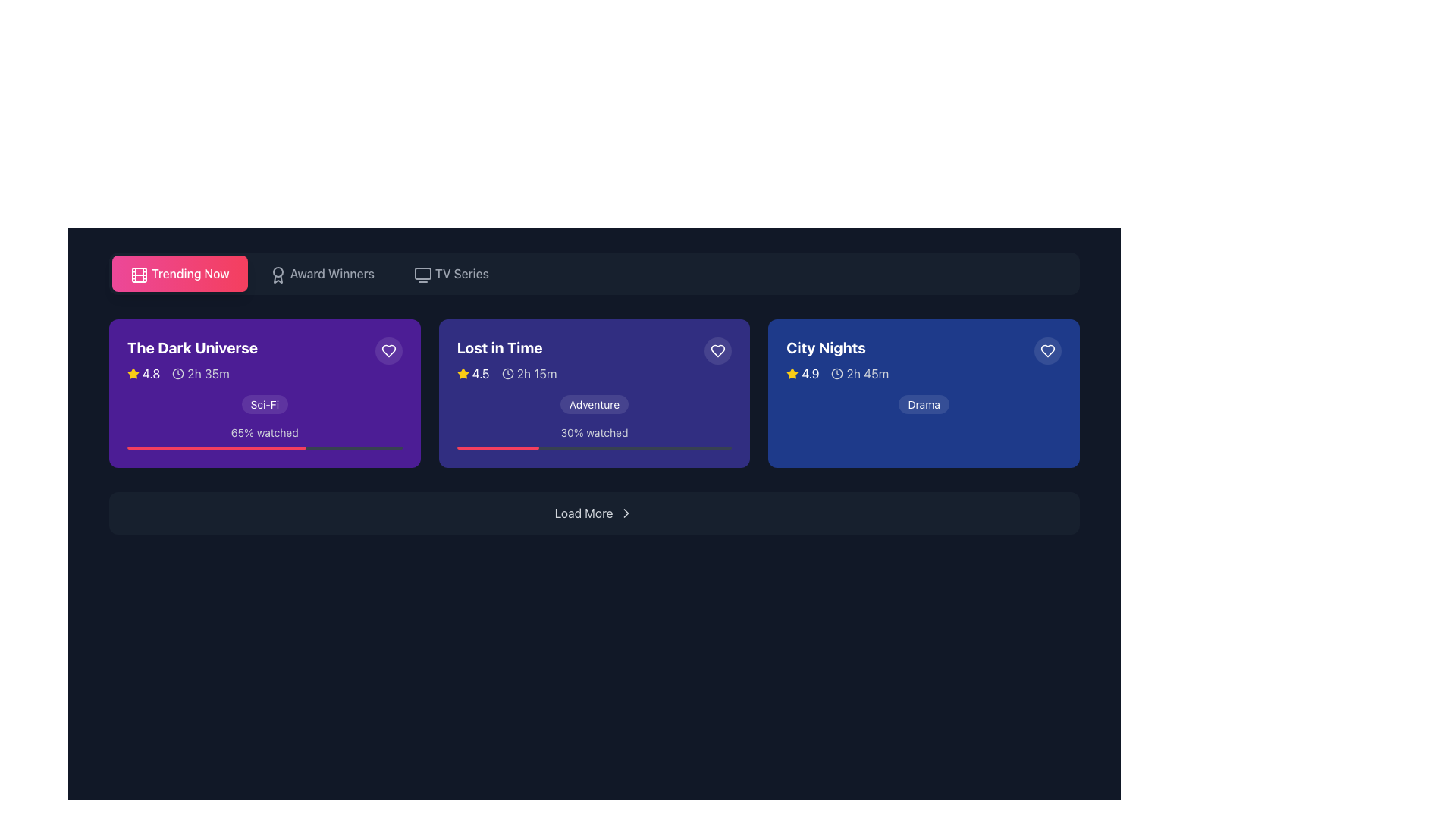 The height and width of the screenshot is (819, 1456). What do you see at coordinates (265, 438) in the screenshot?
I see `the progress bar of the movie 'The Dark Universe' to update the viewing progress` at bounding box center [265, 438].